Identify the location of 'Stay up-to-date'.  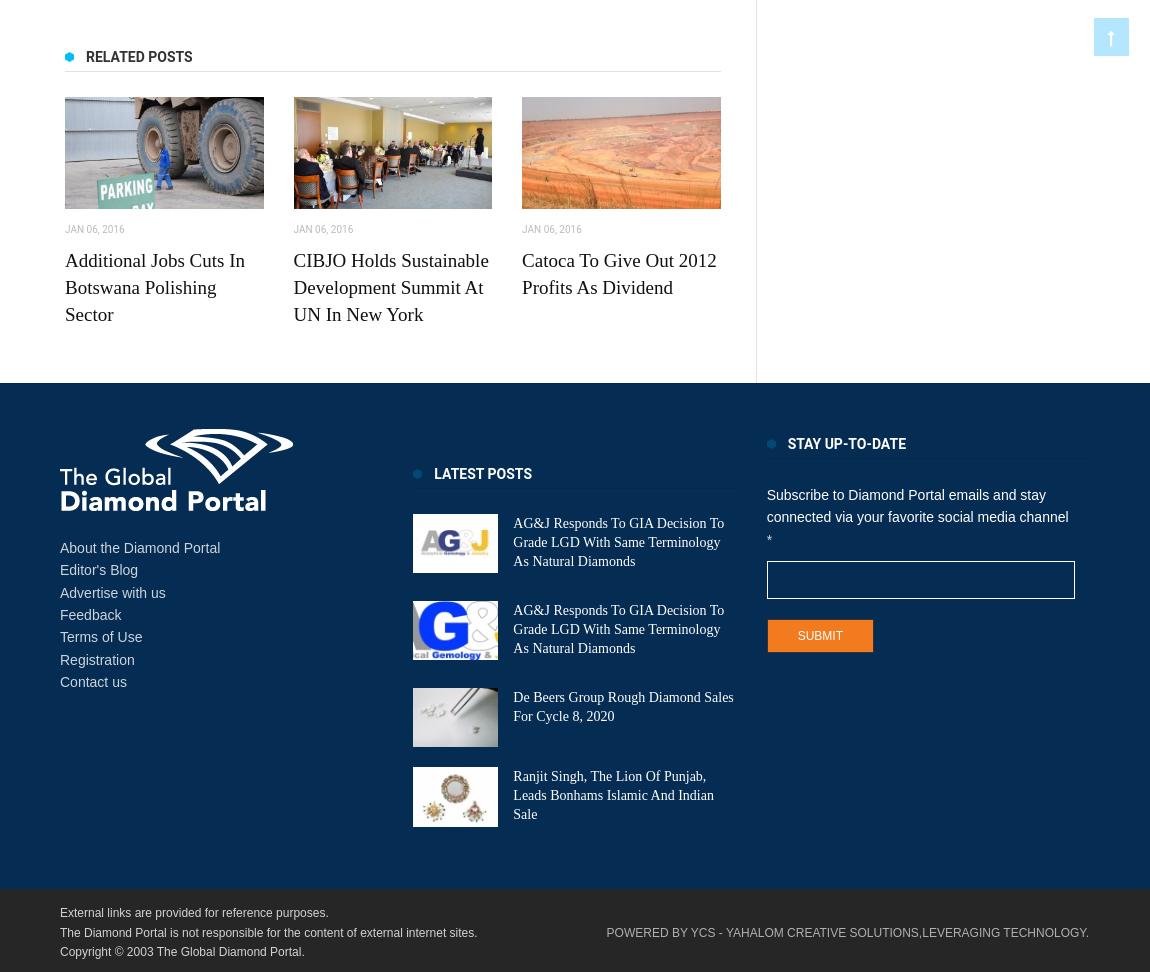
(845, 442).